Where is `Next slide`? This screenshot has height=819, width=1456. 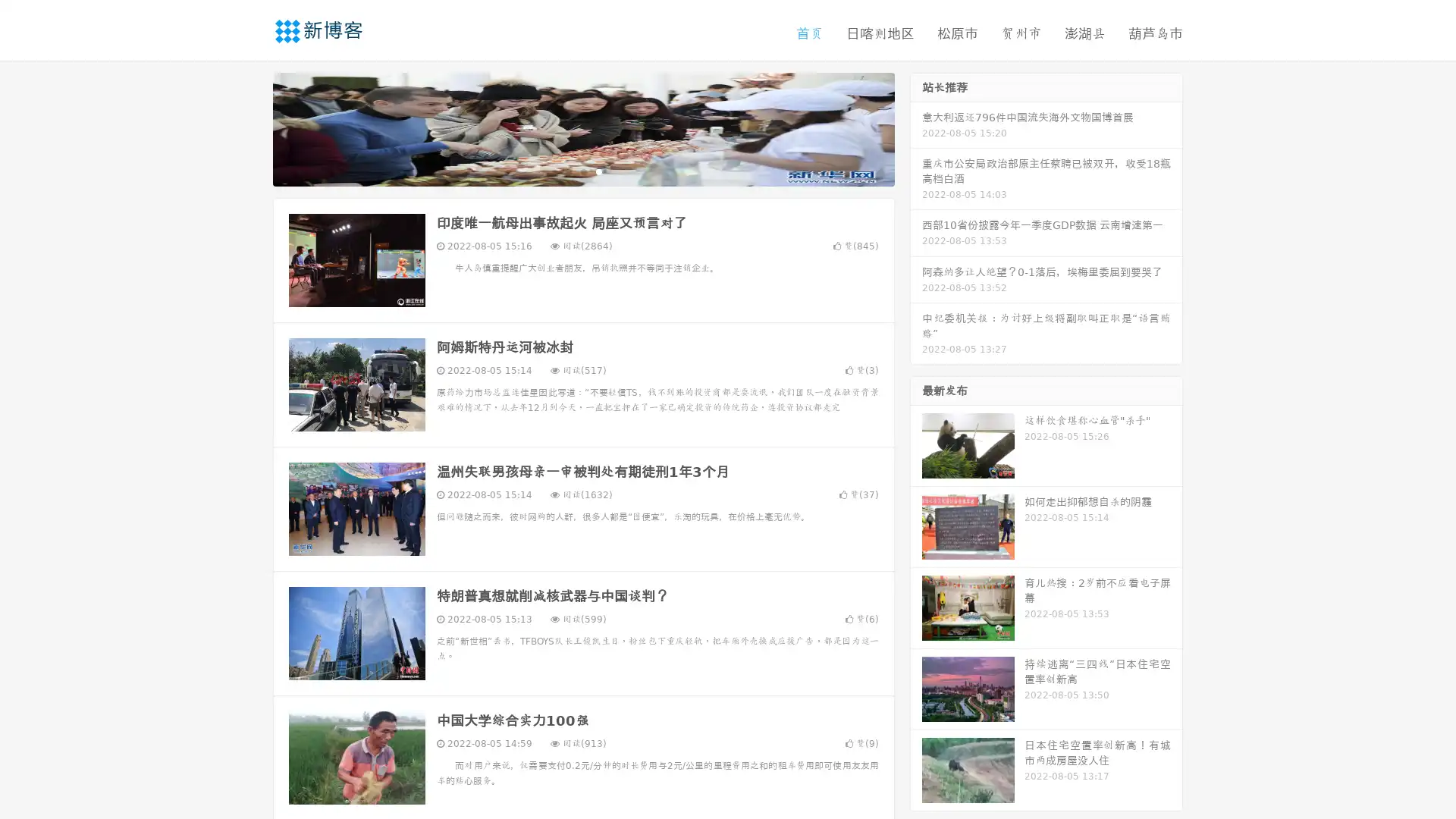 Next slide is located at coordinates (916, 127).